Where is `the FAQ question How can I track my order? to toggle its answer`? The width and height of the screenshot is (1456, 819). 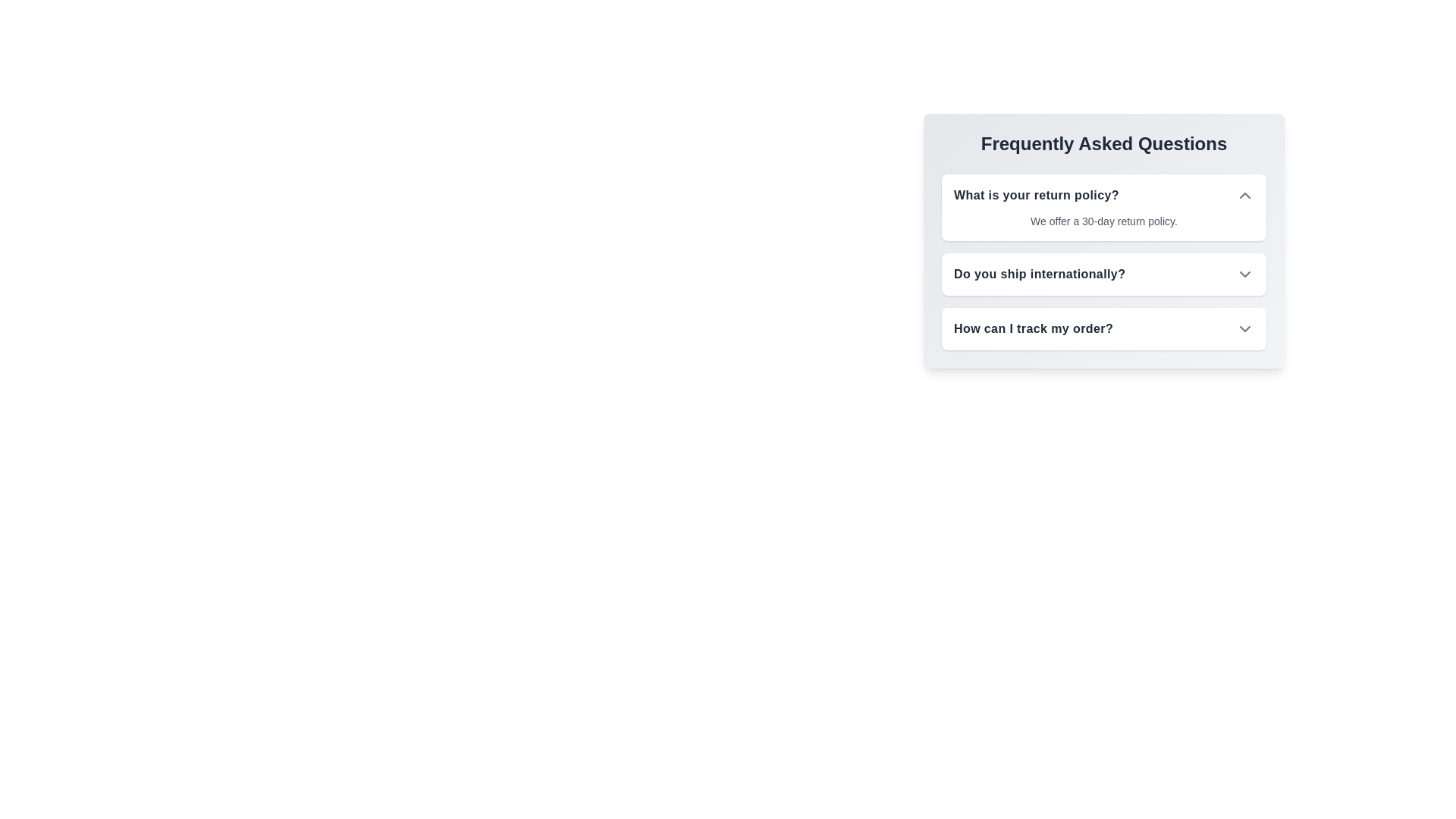 the FAQ question How can I track my order? to toggle its answer is located at coordinates (1244, 328).